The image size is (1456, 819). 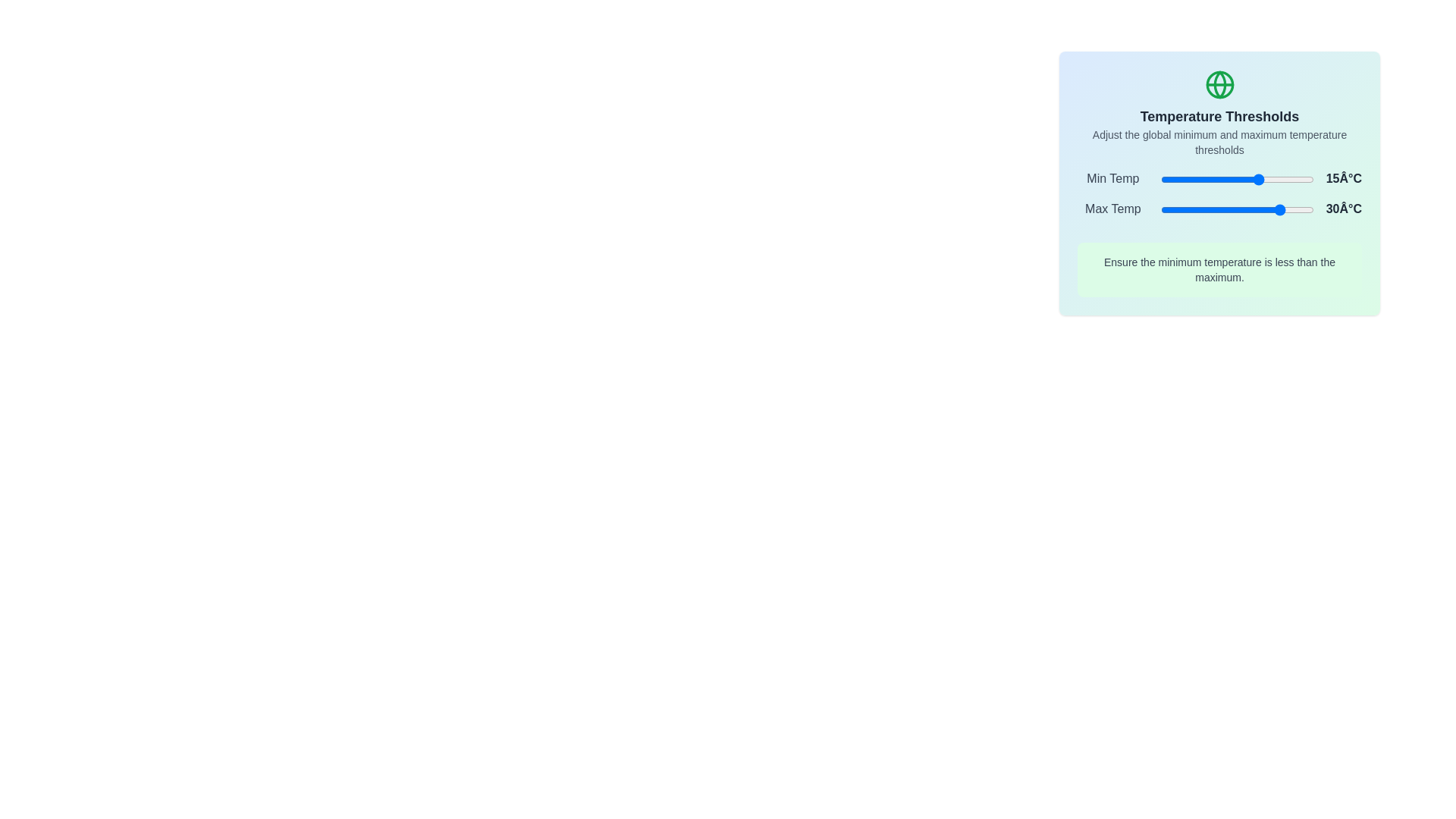 I want to click on the header area containing the icon and title text, so click(x=1219, y=113).